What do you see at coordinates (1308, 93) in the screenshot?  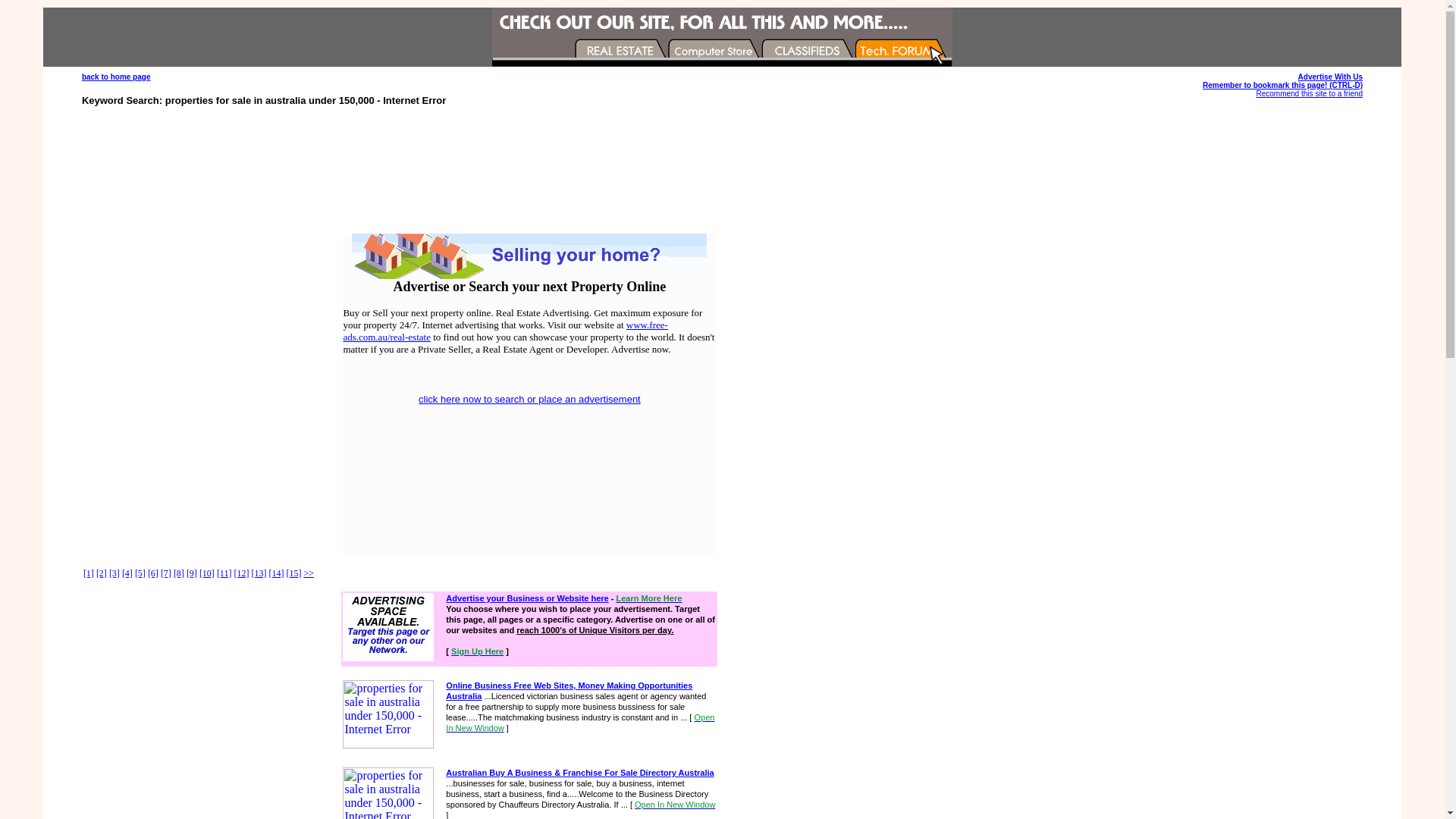 I see `'Recommend this site to a friend'` at bounding box center [1308, 93].